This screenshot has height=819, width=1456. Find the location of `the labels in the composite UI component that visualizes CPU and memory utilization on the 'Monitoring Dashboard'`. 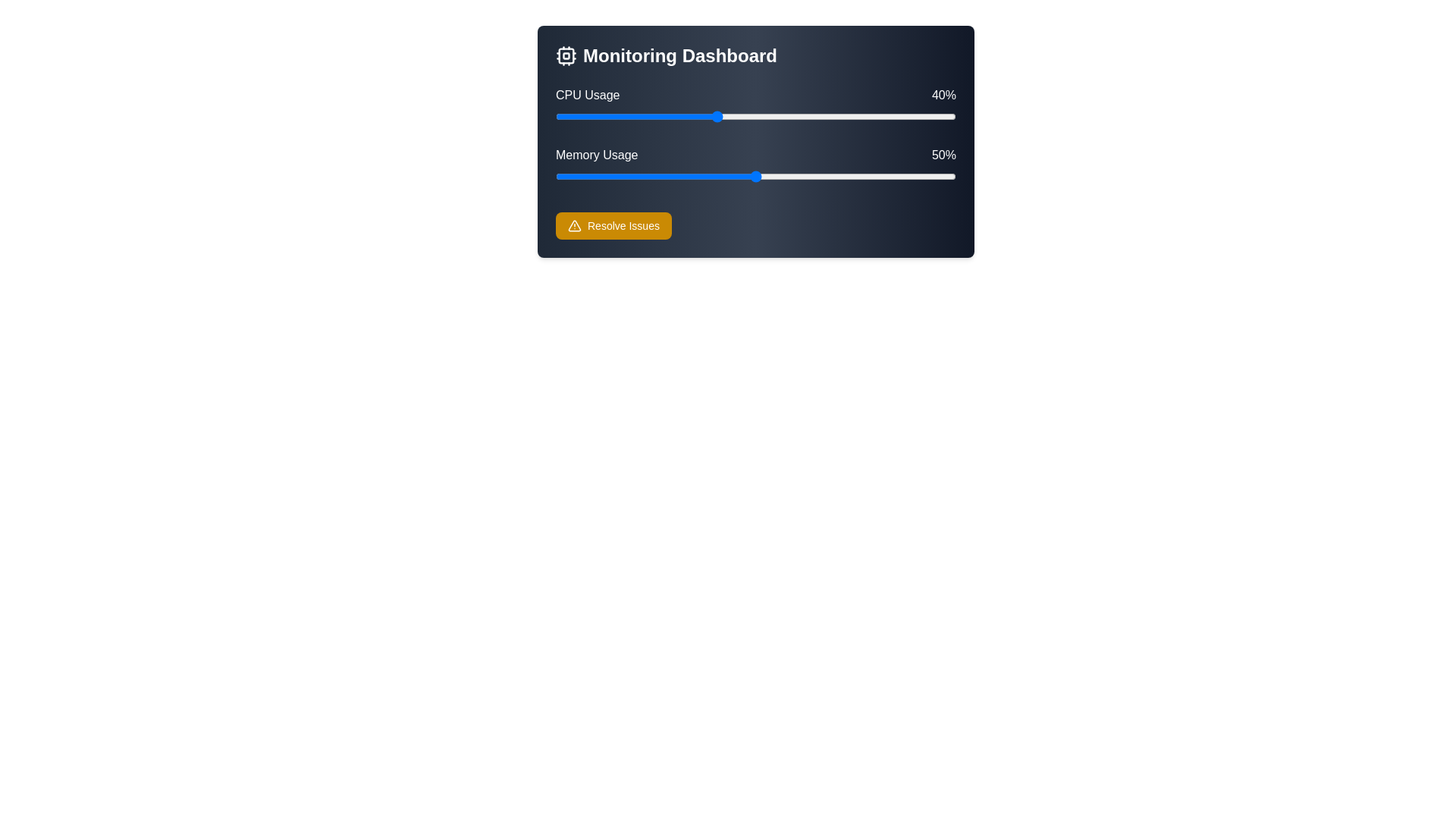

the labels in the composite UI component that visualizes CPU and memory utilization on the 'Monitoring Dashboard' is located at coordinates (756, 137).